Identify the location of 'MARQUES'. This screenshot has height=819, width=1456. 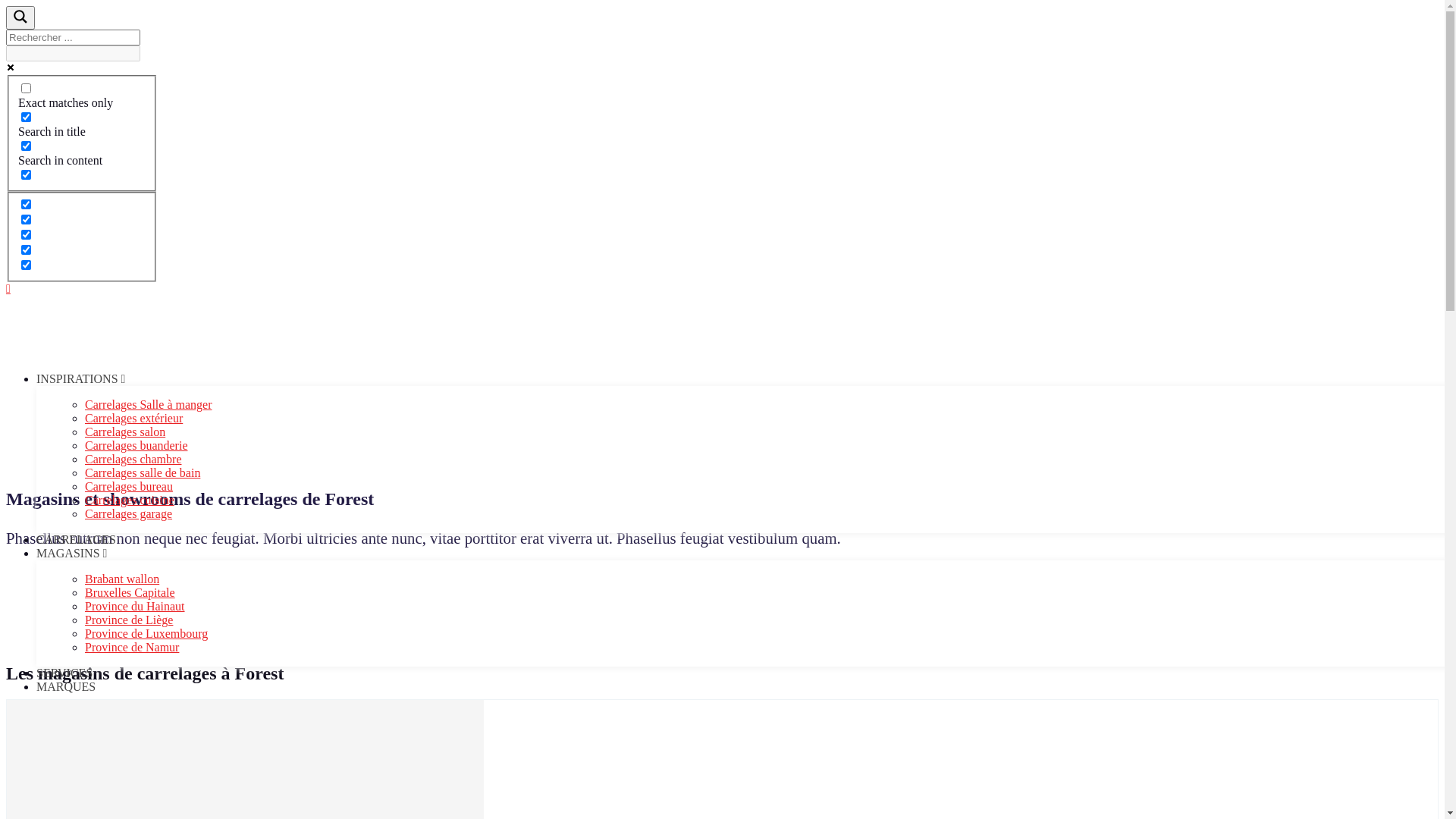
(64, 686).